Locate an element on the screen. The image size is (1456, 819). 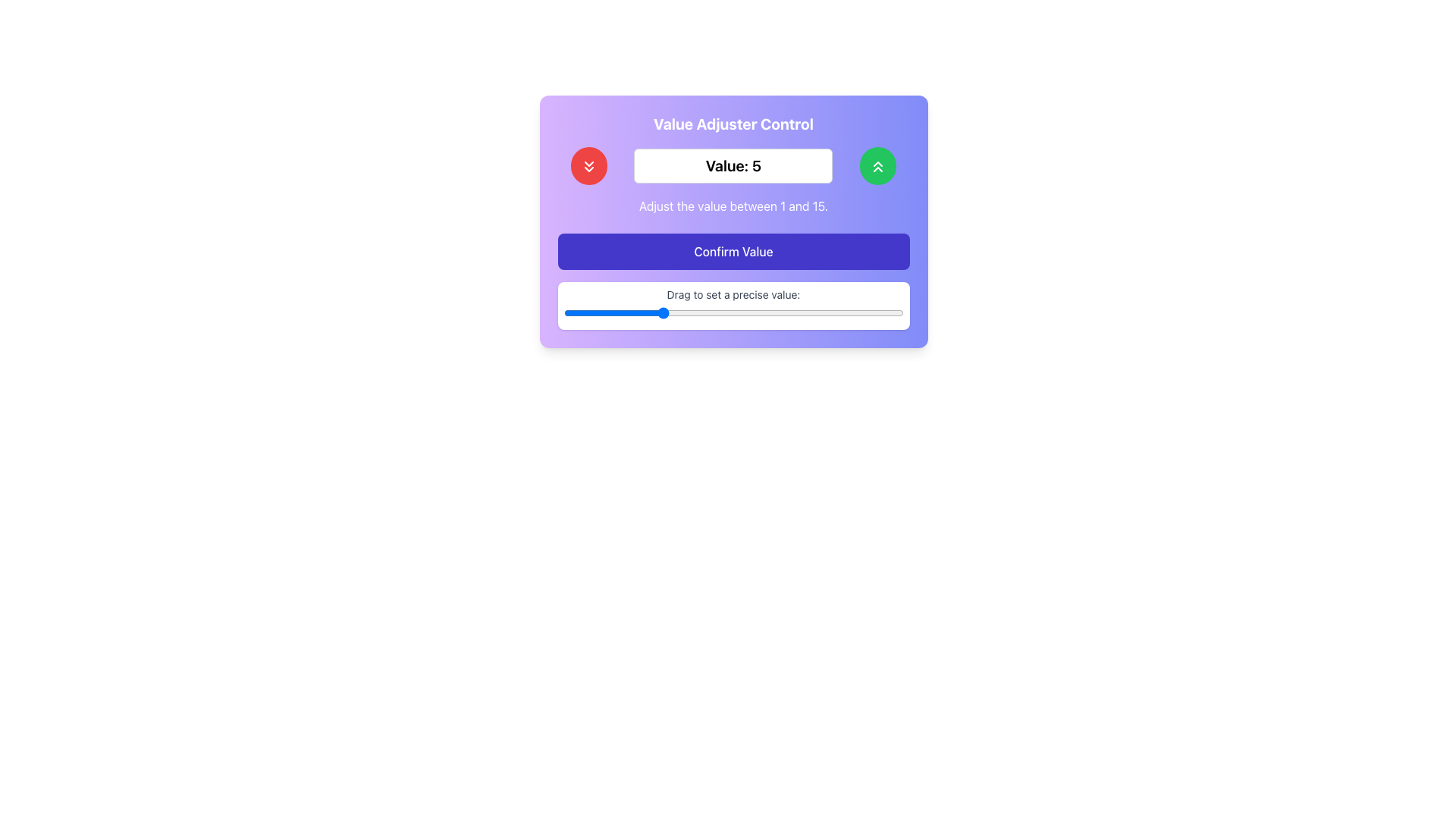
the slider value is located at coordinates (661, 312).